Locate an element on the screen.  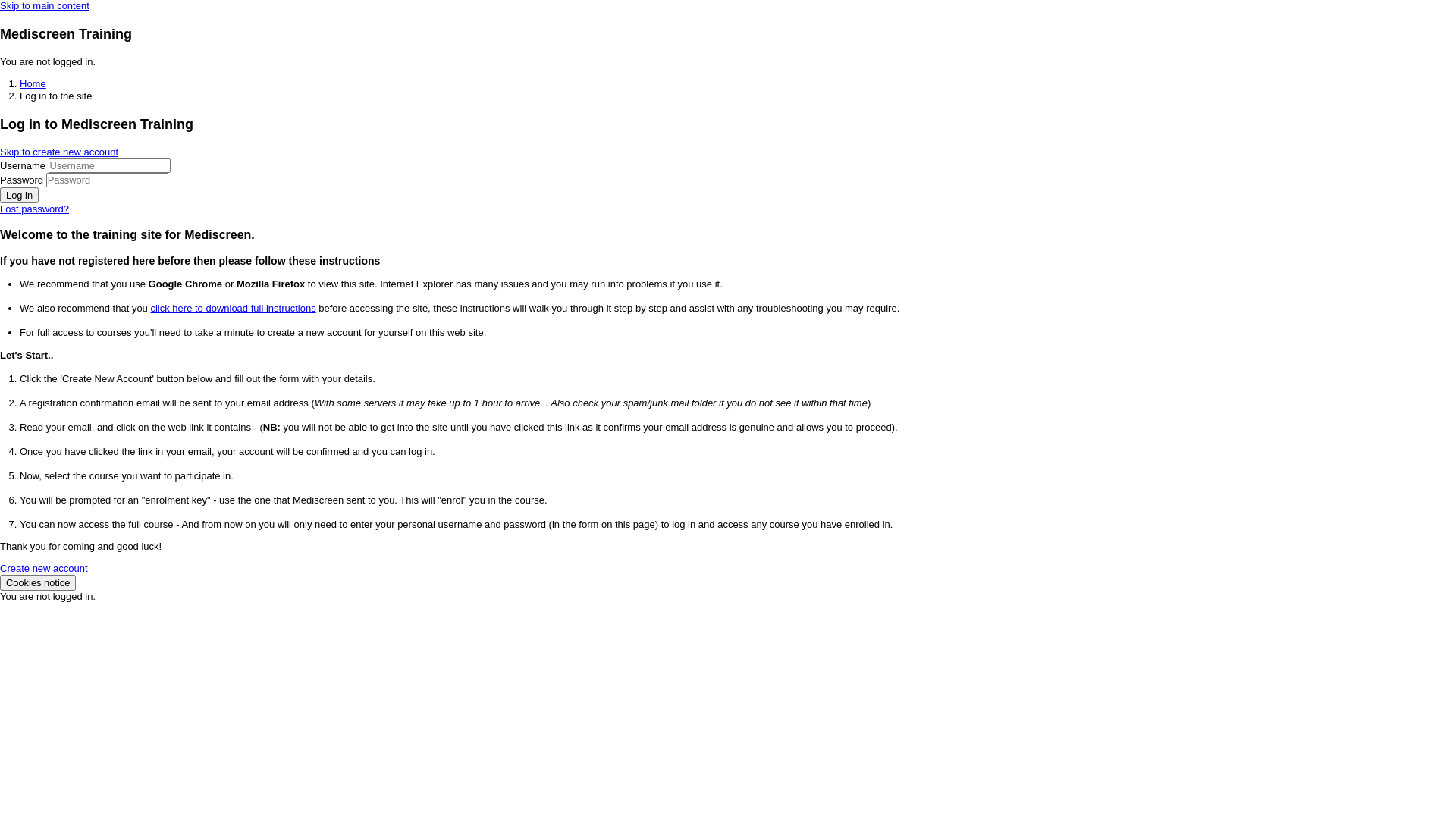
'Cookies notice' is located at coordinates (0, 582).